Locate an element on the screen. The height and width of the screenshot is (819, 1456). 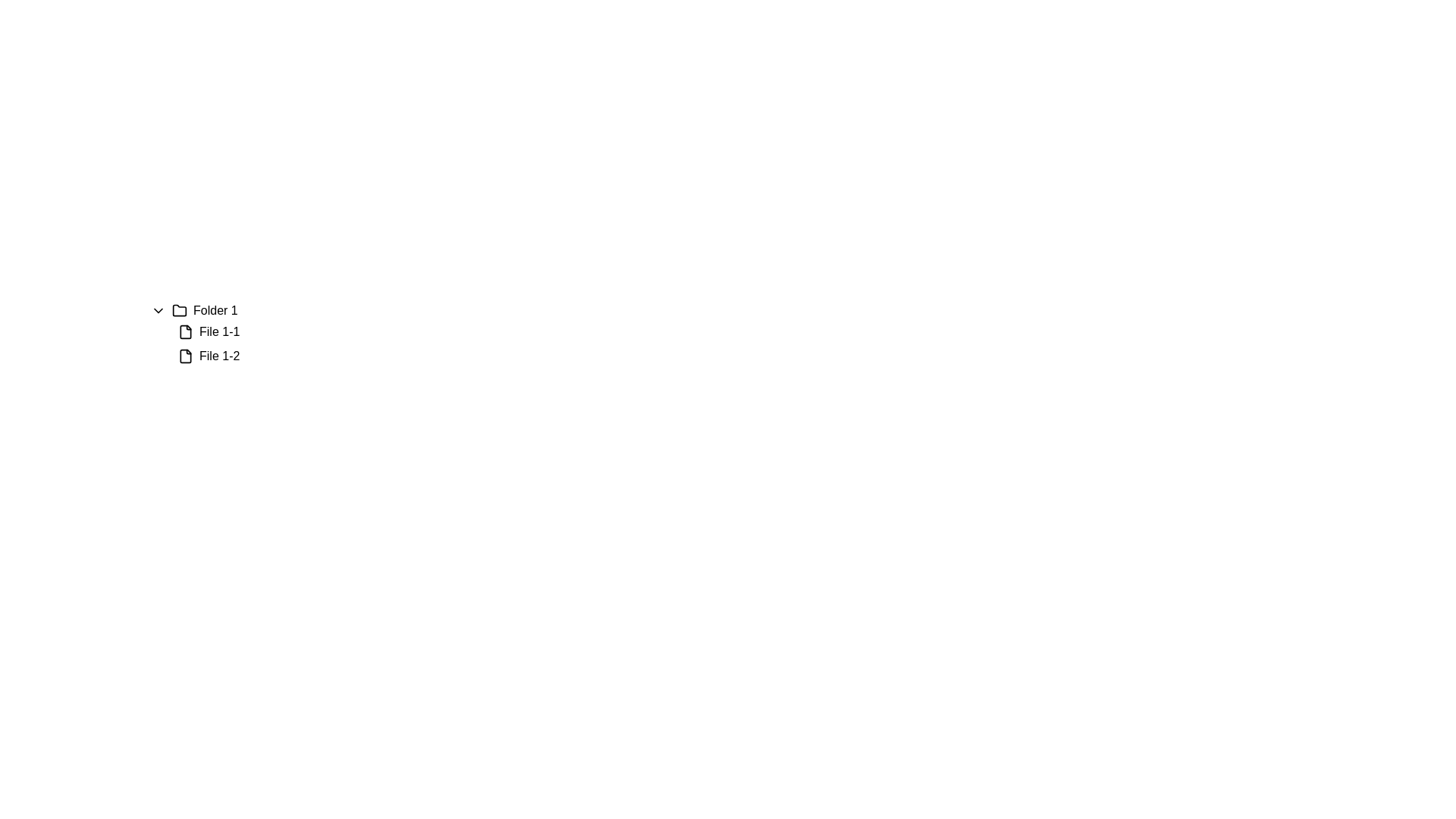
the chevron icon used for toggling the dropdown for 'Folder 1' to potentially see visual feedback such as a change in color or cursor is located at coordinates (158, 309).